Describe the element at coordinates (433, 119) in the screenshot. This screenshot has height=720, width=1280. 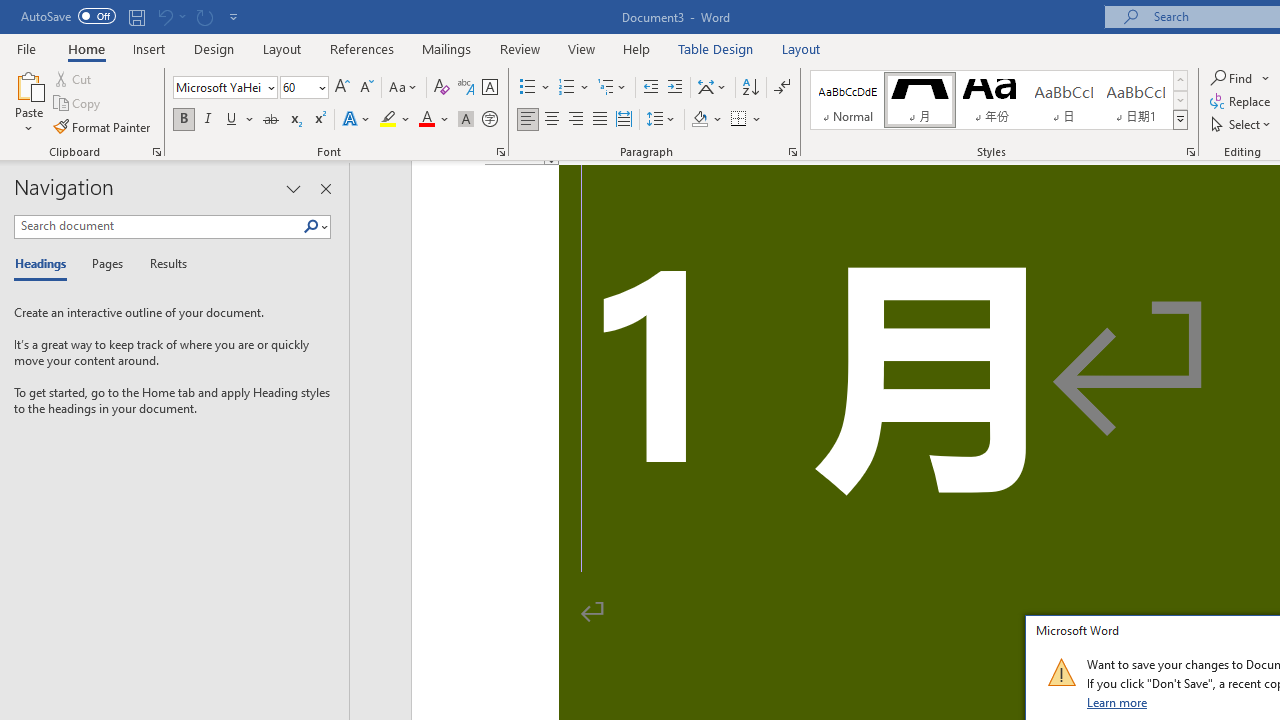
I see `'Font Color'` at that location.